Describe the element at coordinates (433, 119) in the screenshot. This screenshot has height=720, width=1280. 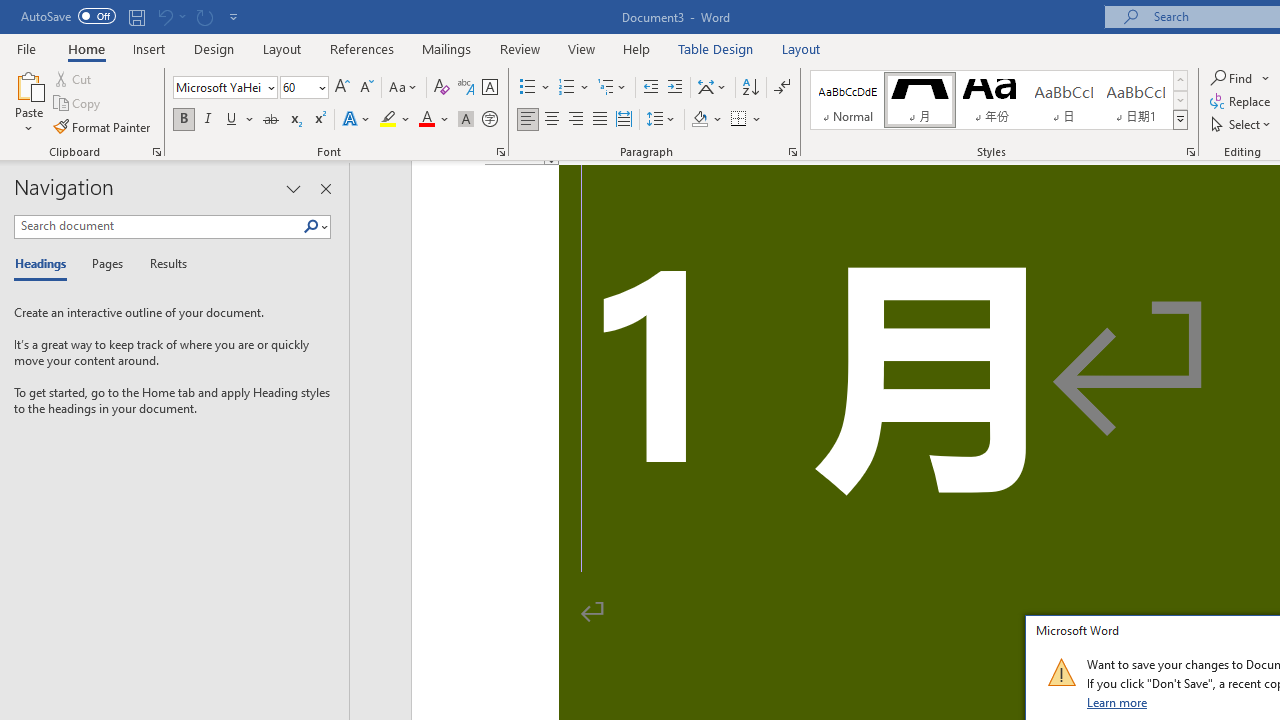
I see `'Font Color'` at that location.